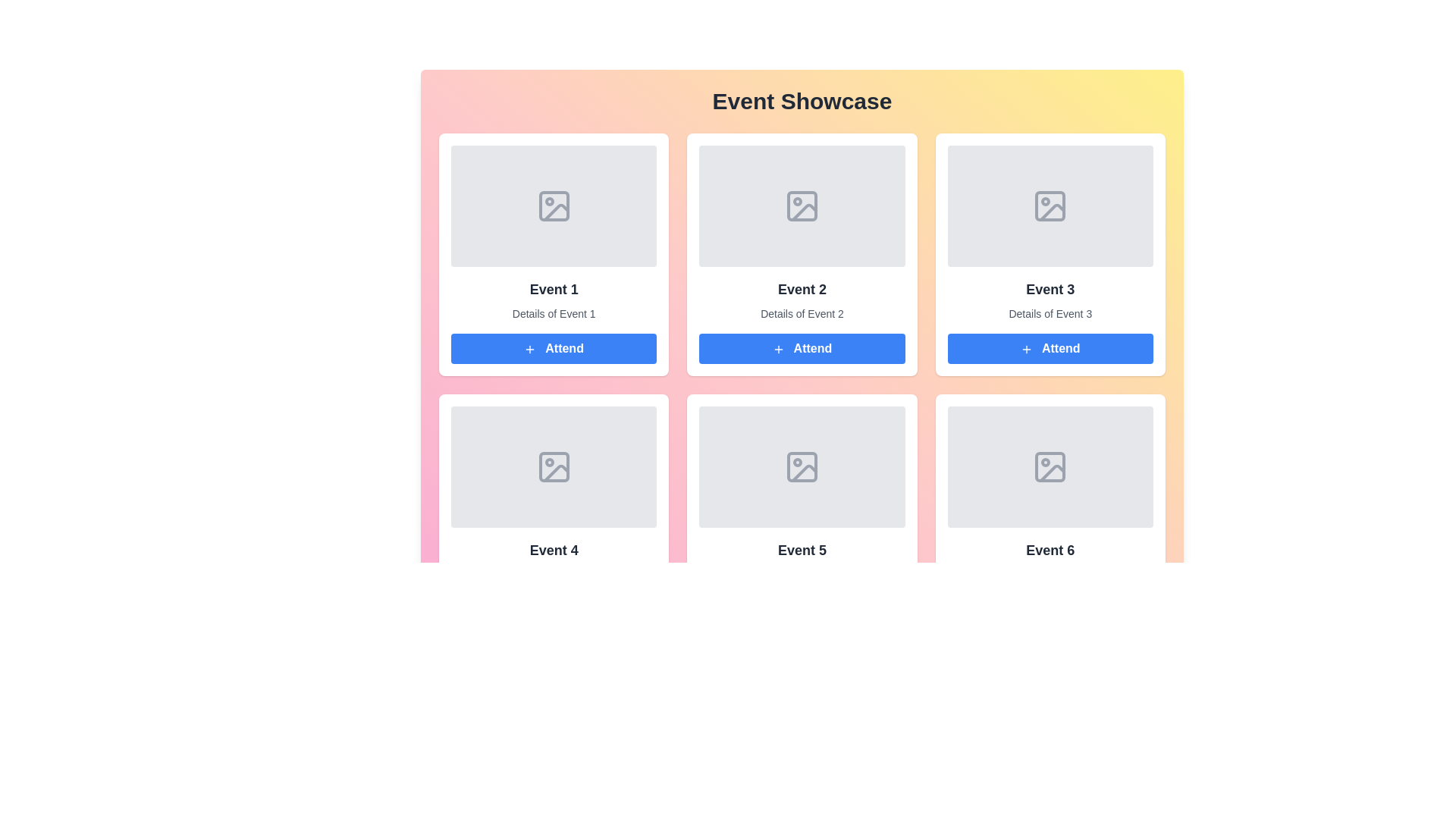 The width and height of the screenshot is (1456, 819). What do you see at coordinates (1026, 349) in the screenshot?
I see `the icon within the 'Attend' button for 'Event 3' located in the top-right corner of the event showcase grid layout` at bounding box center [1026, 349].